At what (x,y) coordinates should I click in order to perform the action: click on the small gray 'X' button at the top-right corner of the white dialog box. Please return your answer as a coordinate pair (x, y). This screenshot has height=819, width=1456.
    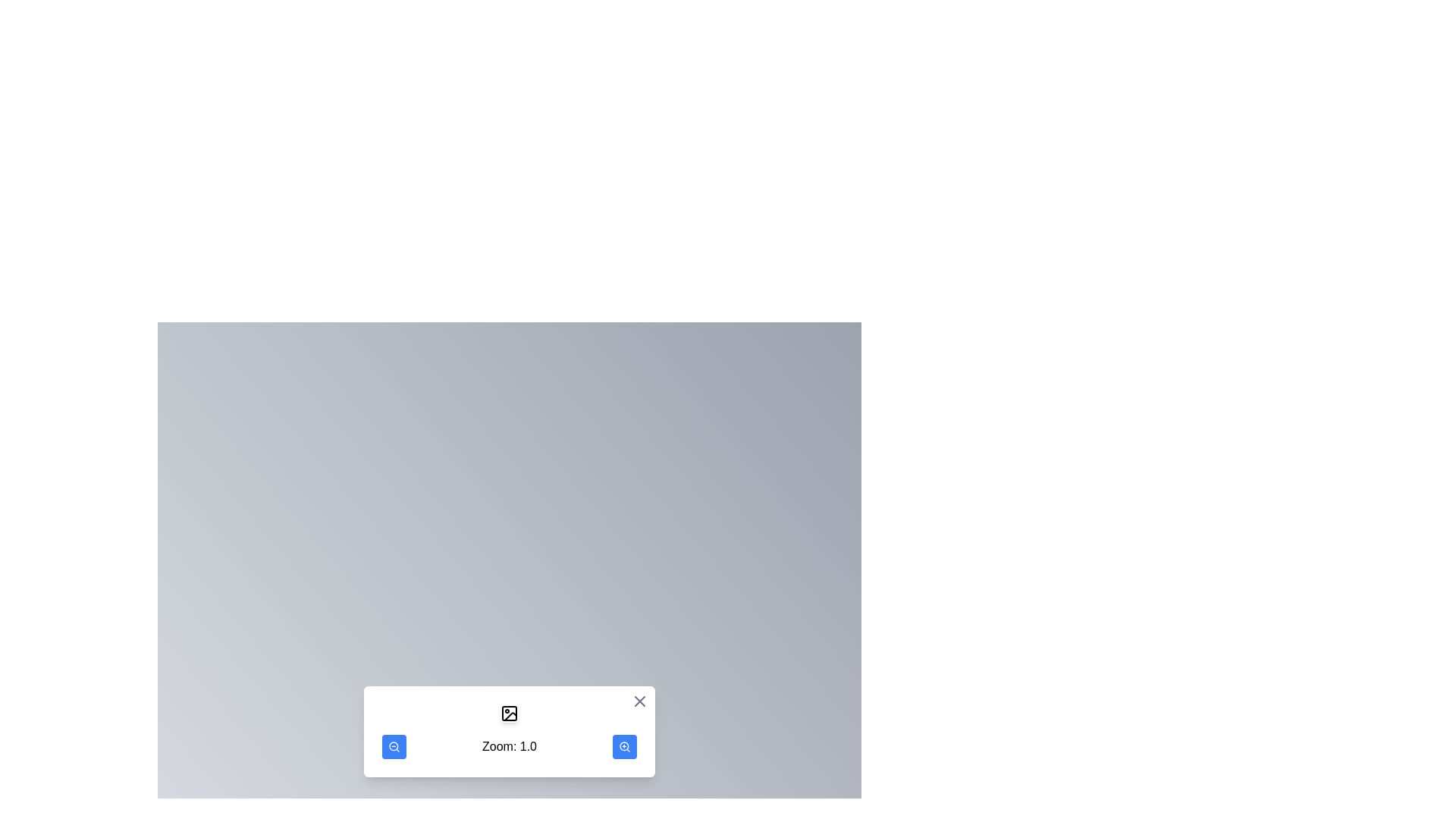
    Looking at the image, I should click on (640, 701).